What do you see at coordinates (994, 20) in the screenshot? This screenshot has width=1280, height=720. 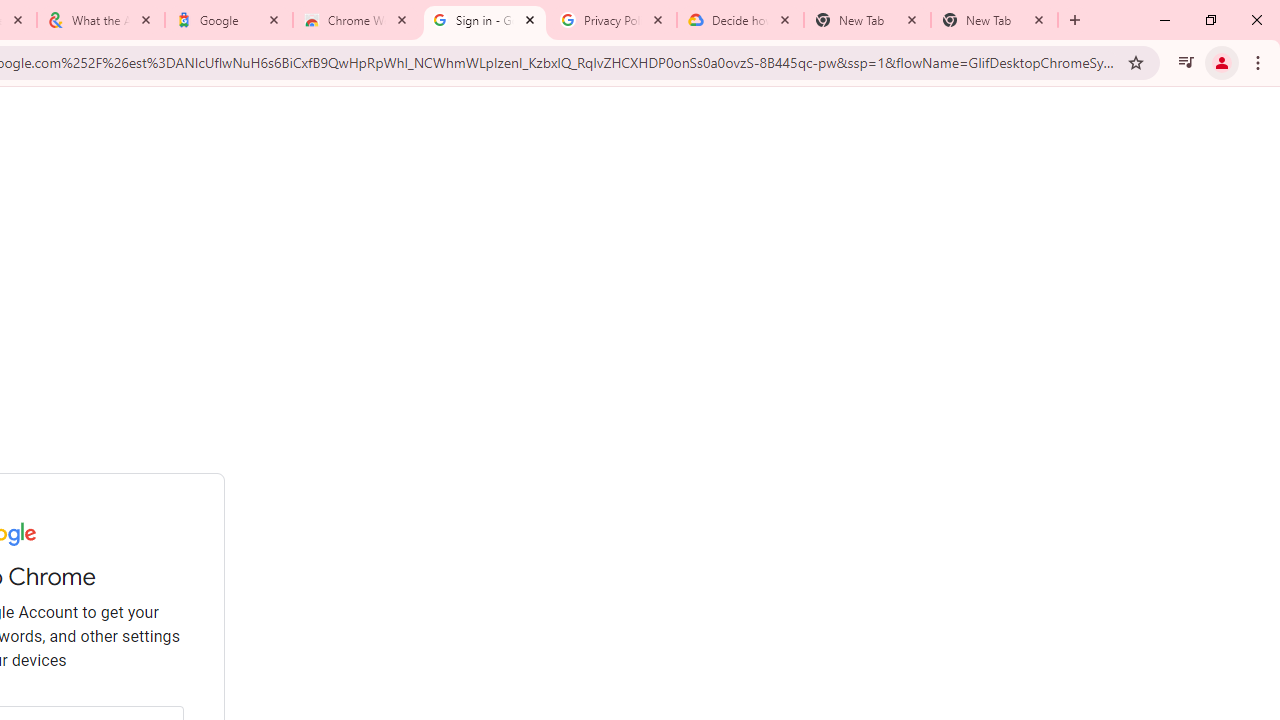 I see `'New Tab'` at bounding box center [994, 20].